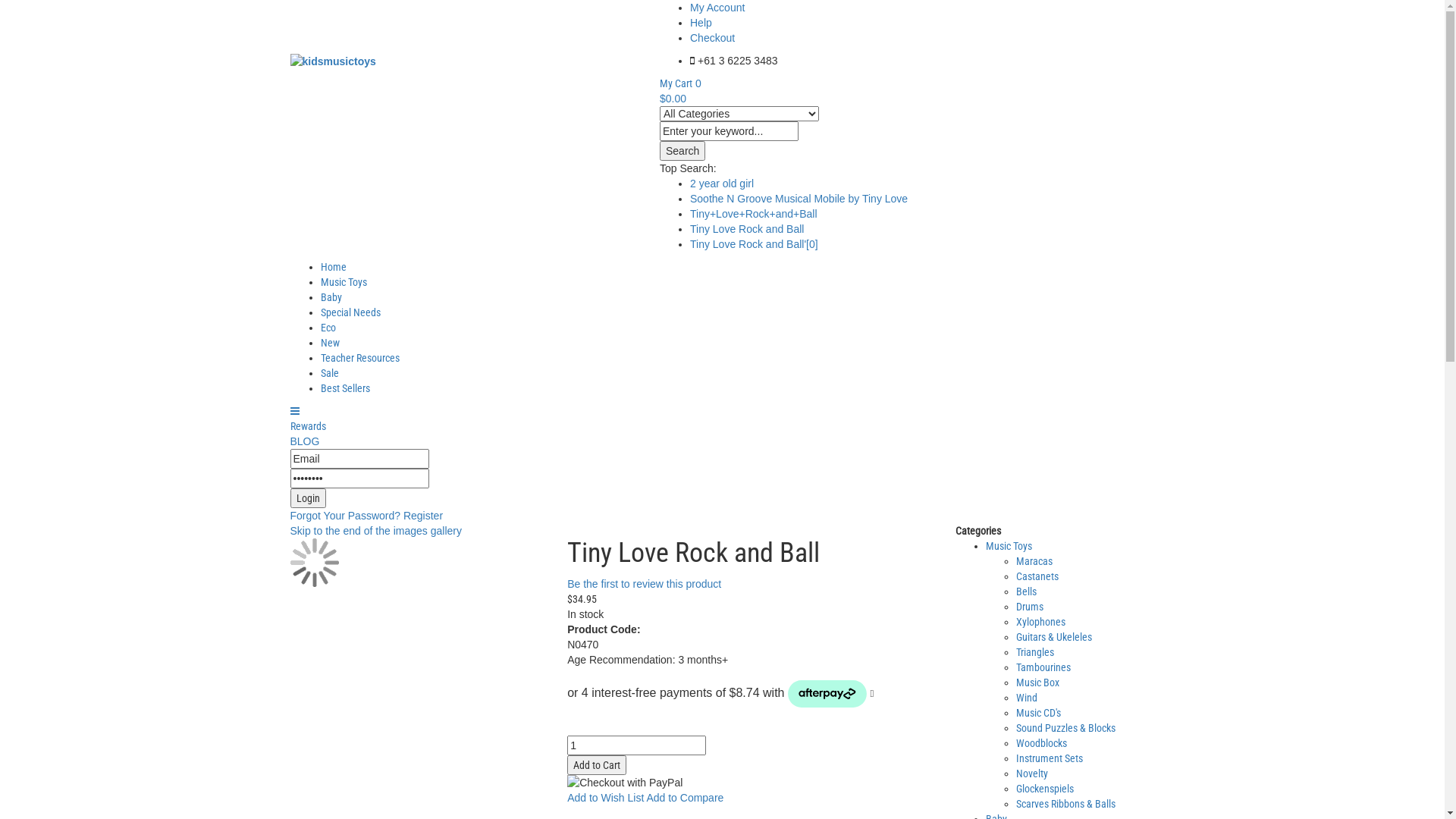 The image size is (1456, 819). I want to click on 'Music Toys', so click(1009, 546).